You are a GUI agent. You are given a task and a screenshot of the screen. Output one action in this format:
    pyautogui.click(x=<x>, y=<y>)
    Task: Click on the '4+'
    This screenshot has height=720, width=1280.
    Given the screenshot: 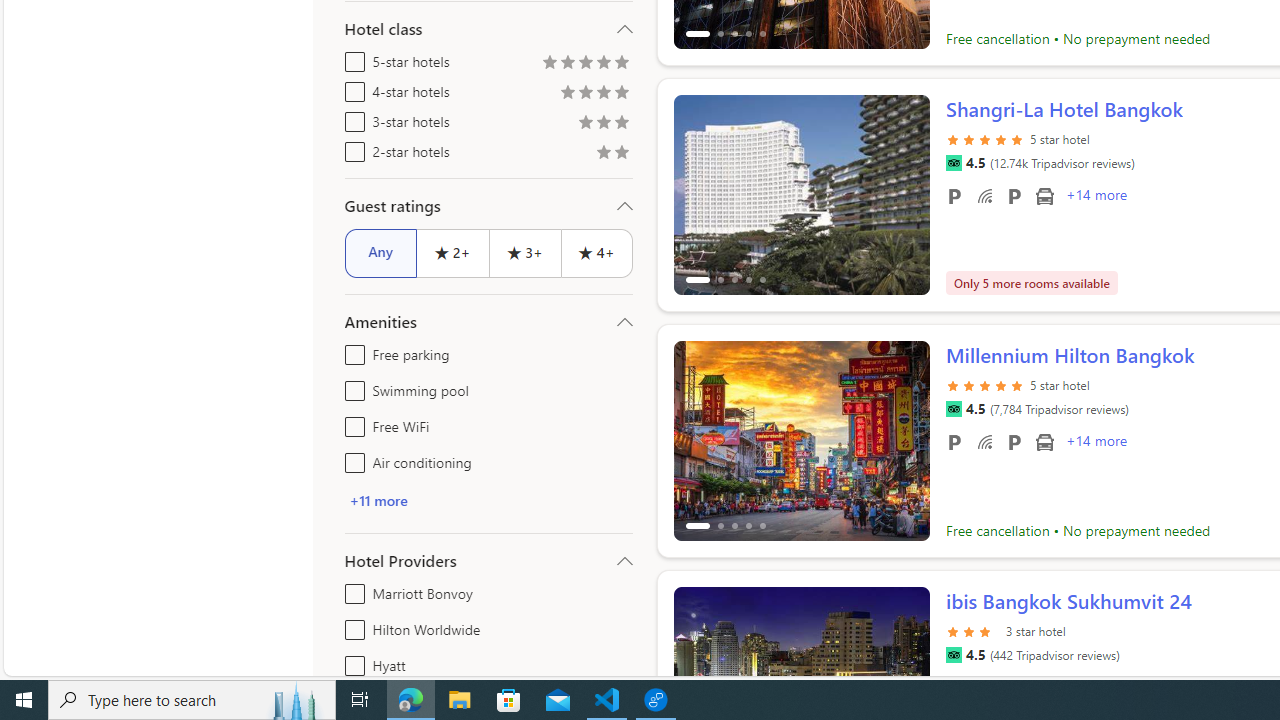 What is the action you would take?
    pyautogui.click(x=596, y=252)
    